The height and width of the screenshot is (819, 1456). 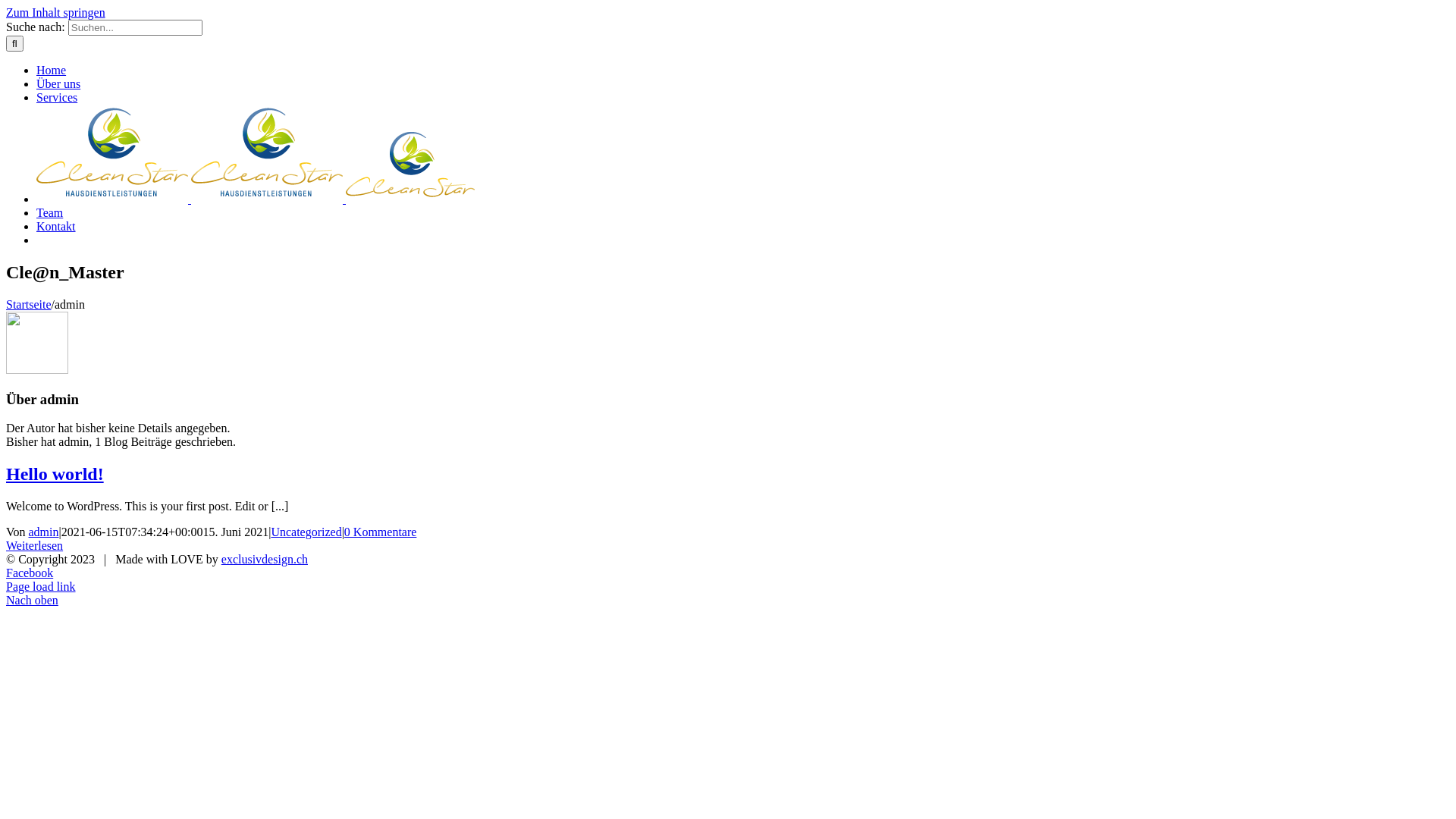 What do you see at coordinates (29, 573) in the screenshot?
I see `'Facebook'` at bounding box center [29, 573].